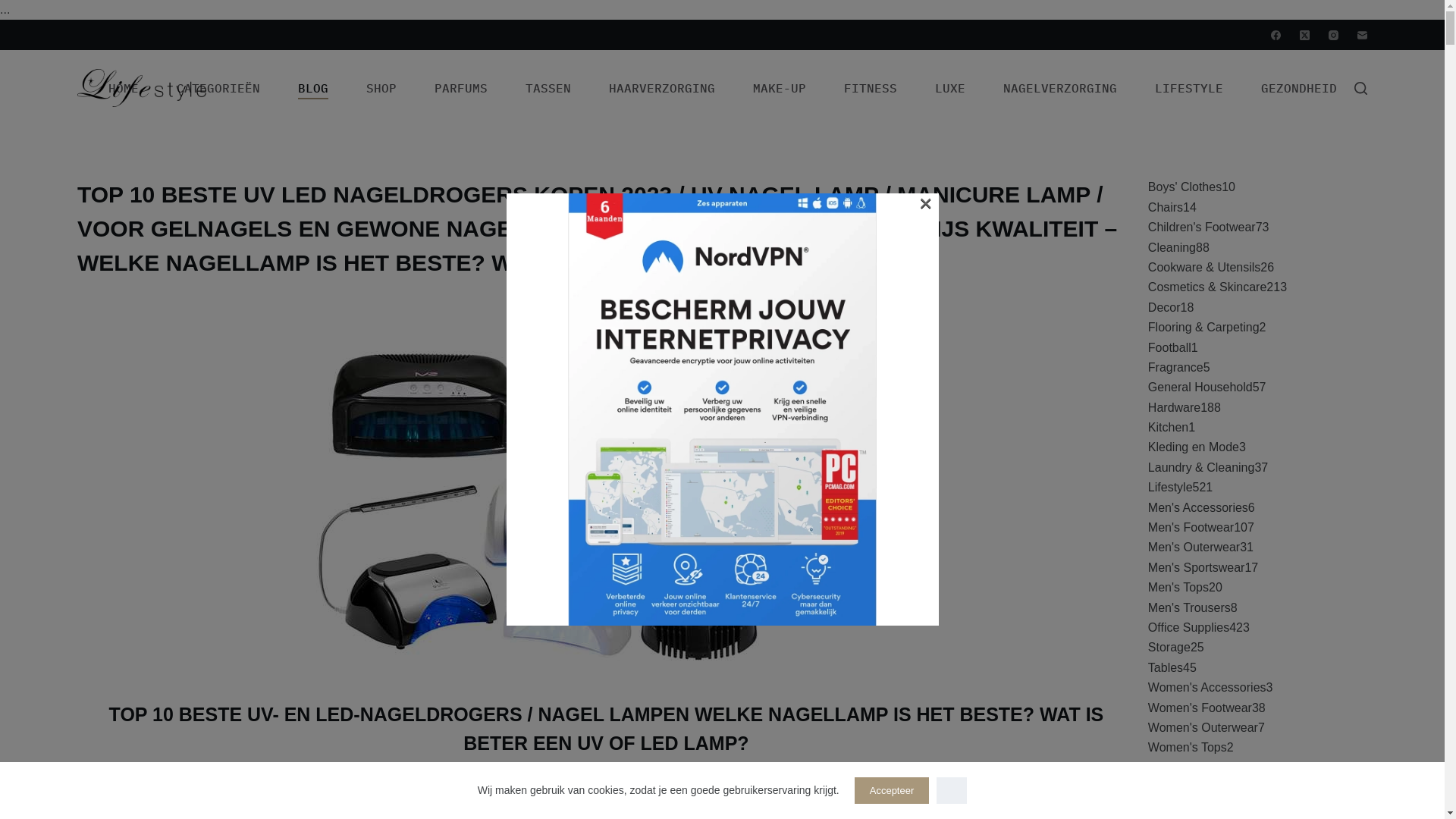 The image size is (1456, 819). Describe the element at coordinates (1168, 647) in the screenshot. I see `'Storage'` at that location.